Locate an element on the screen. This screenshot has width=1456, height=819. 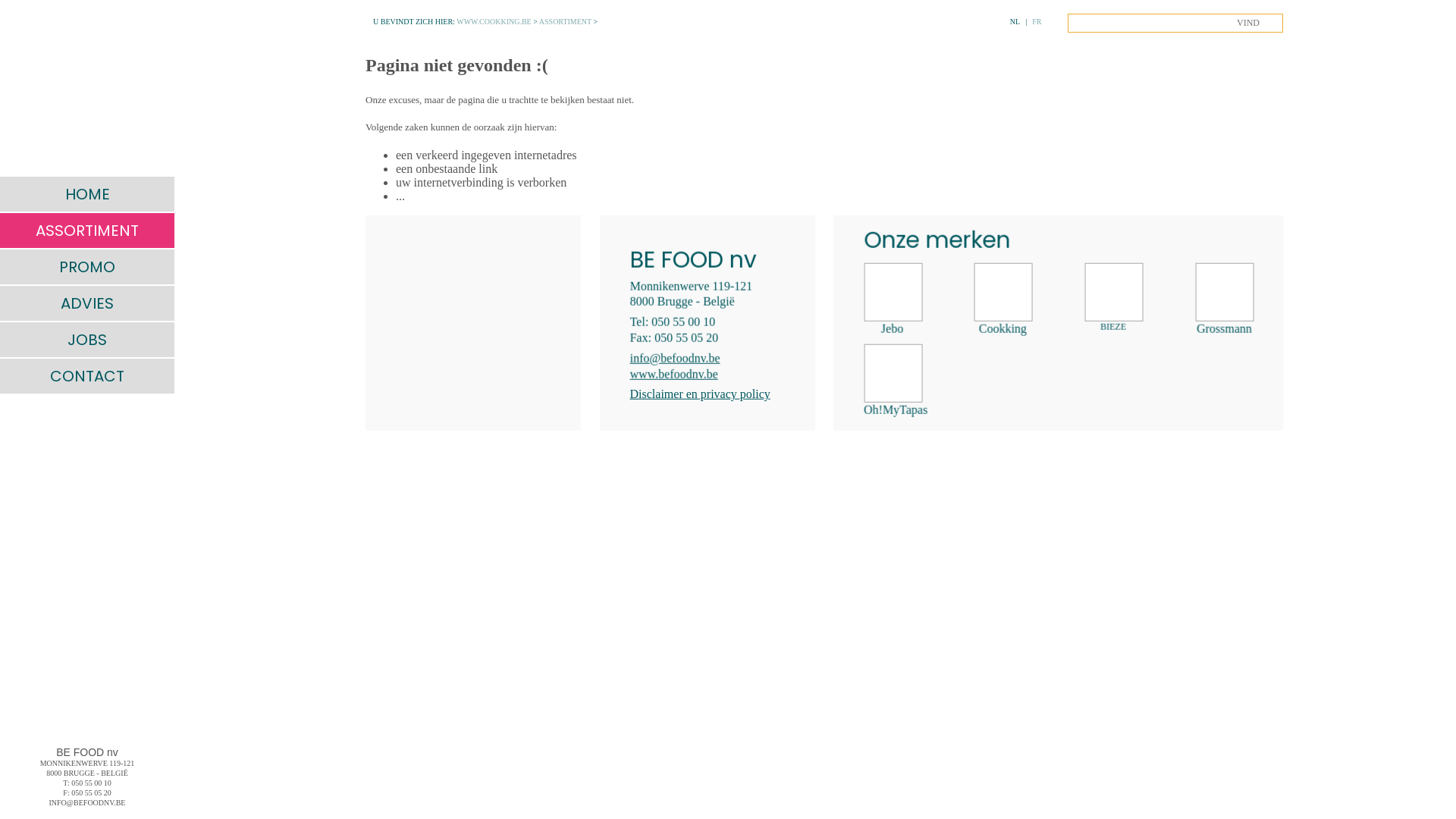
'ASSORTIMENT' is located at coordinates (0, 231).